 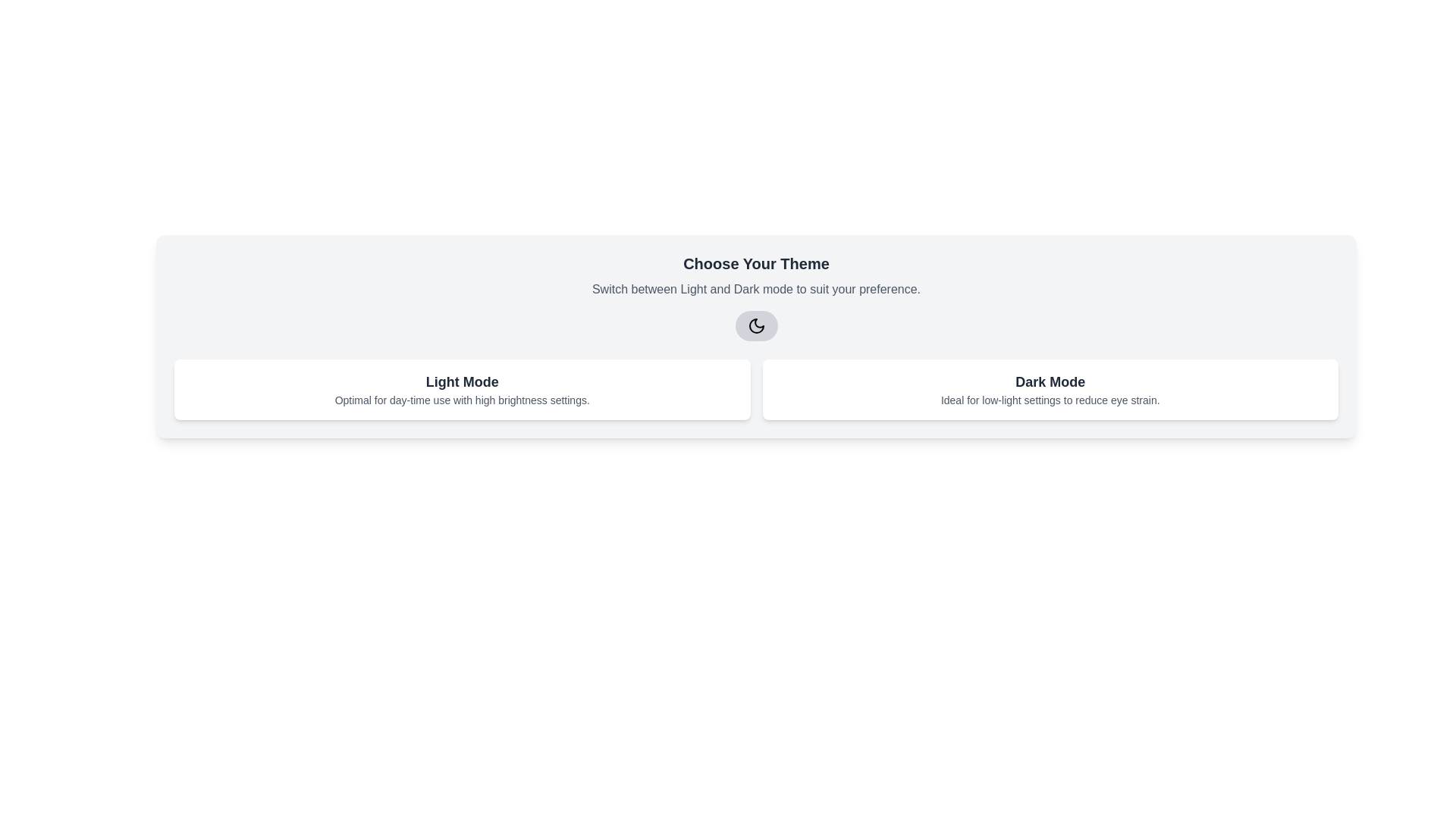 I want to click on the moon icon within the SVG toggle button to switch between Light Mode and Dark Mode themes, so click(x=756, y=325).